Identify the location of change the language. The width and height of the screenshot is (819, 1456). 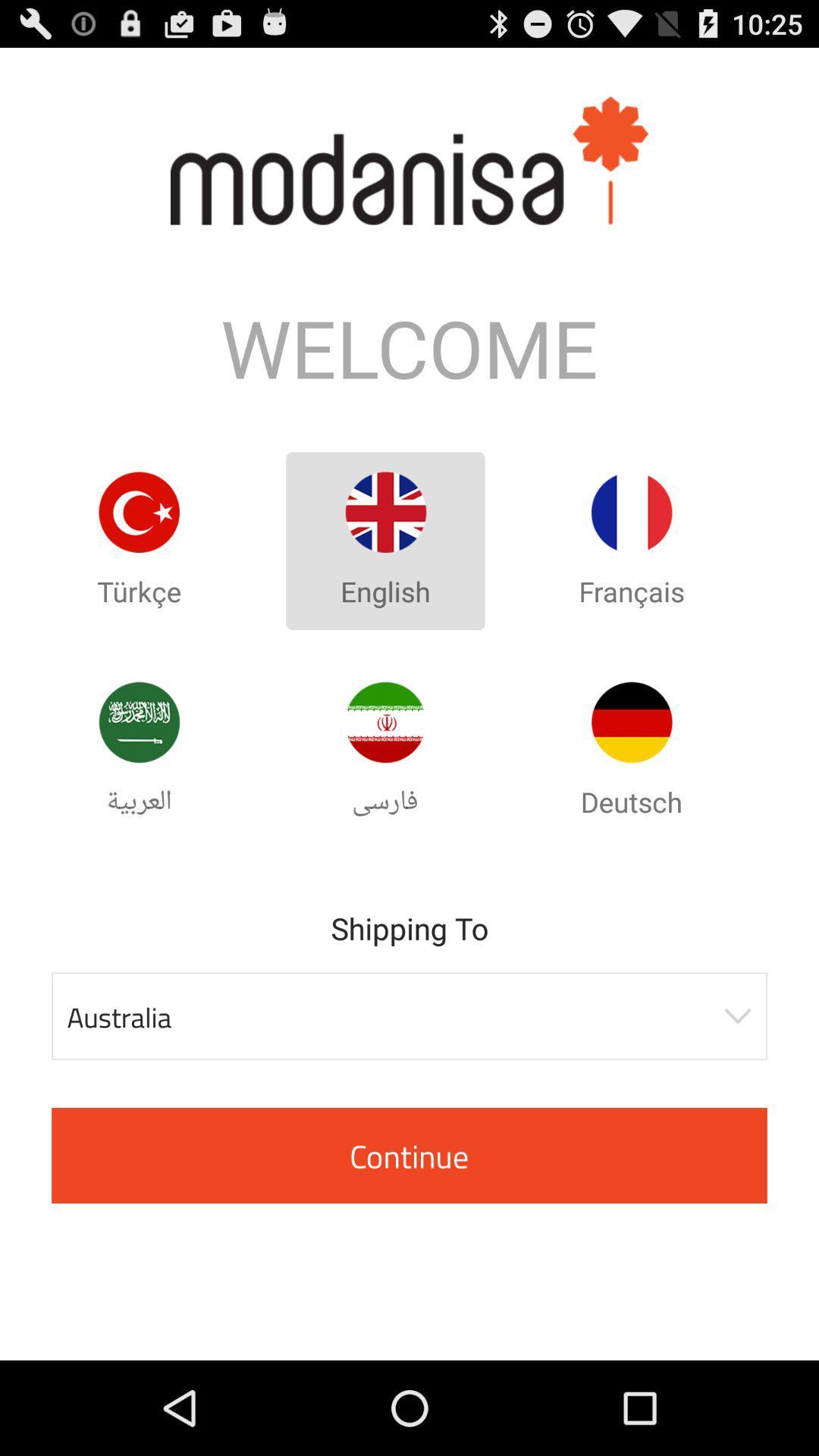
(632, 721).